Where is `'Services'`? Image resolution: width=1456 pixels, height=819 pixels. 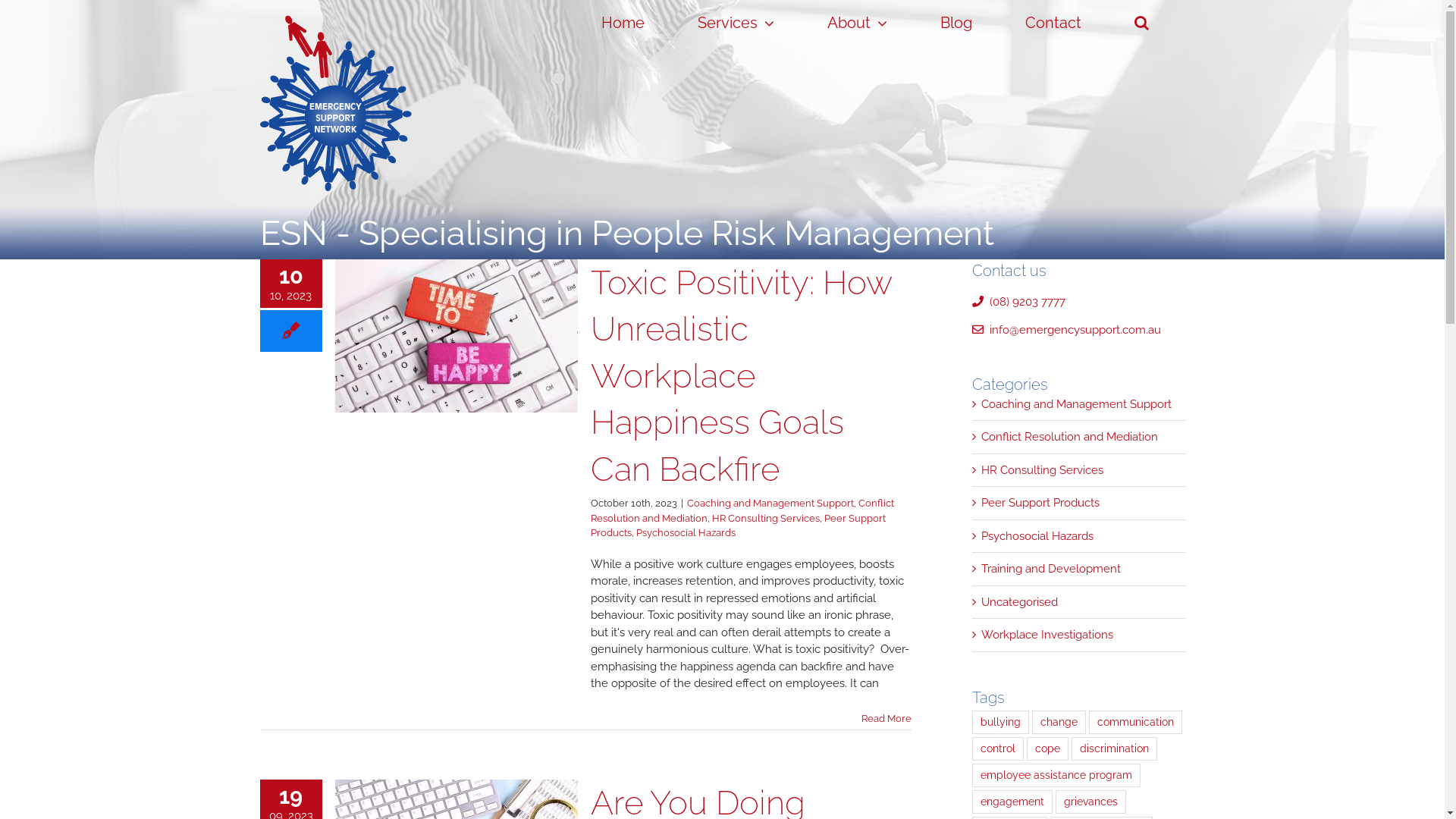 'Services' is located at coordinates (736, 23).